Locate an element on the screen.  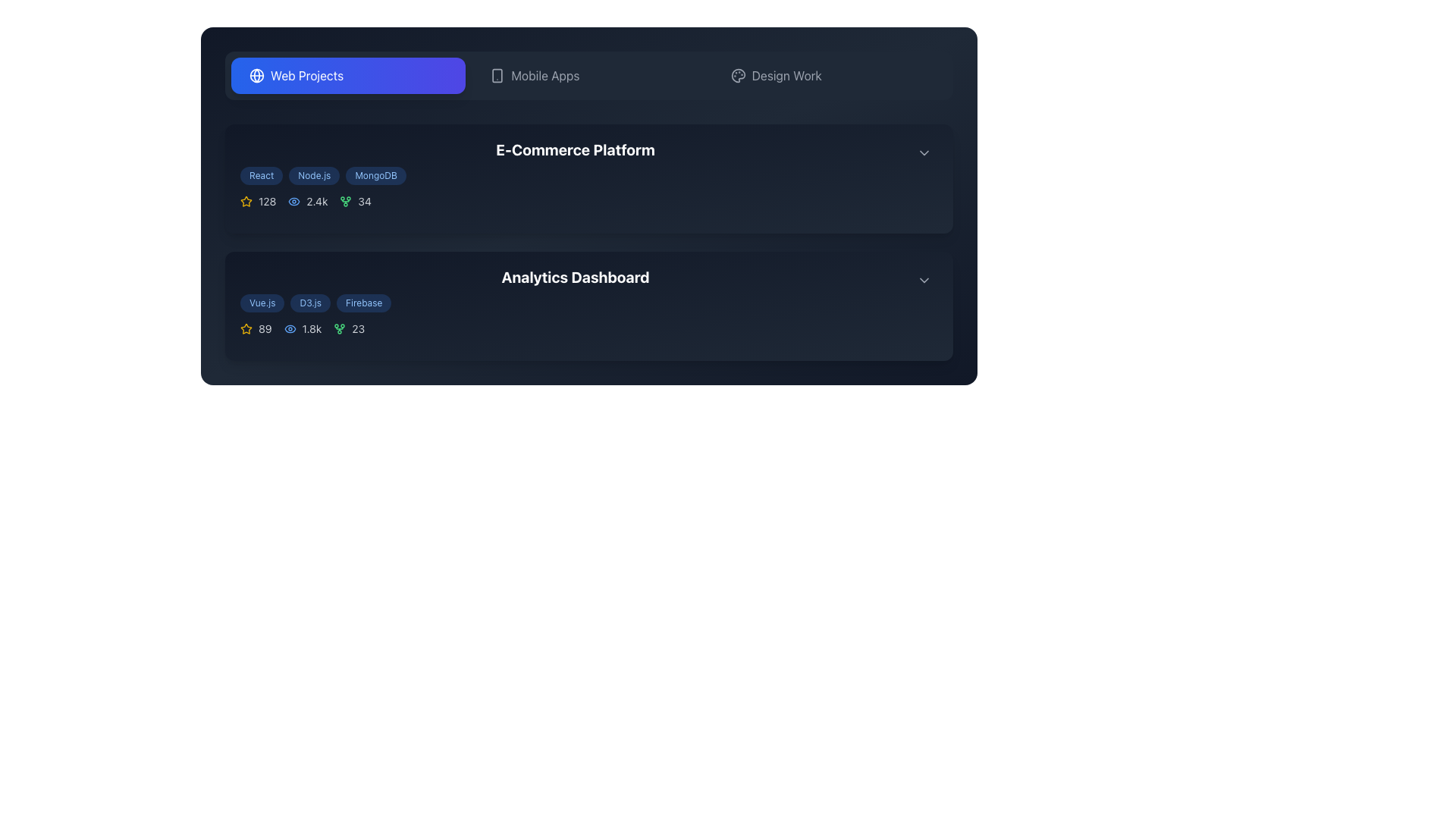
the small circular button with a dark background and a white chevron-down icon located on the right of the Analytics Dashboard section is located at coordinates (924, 281).